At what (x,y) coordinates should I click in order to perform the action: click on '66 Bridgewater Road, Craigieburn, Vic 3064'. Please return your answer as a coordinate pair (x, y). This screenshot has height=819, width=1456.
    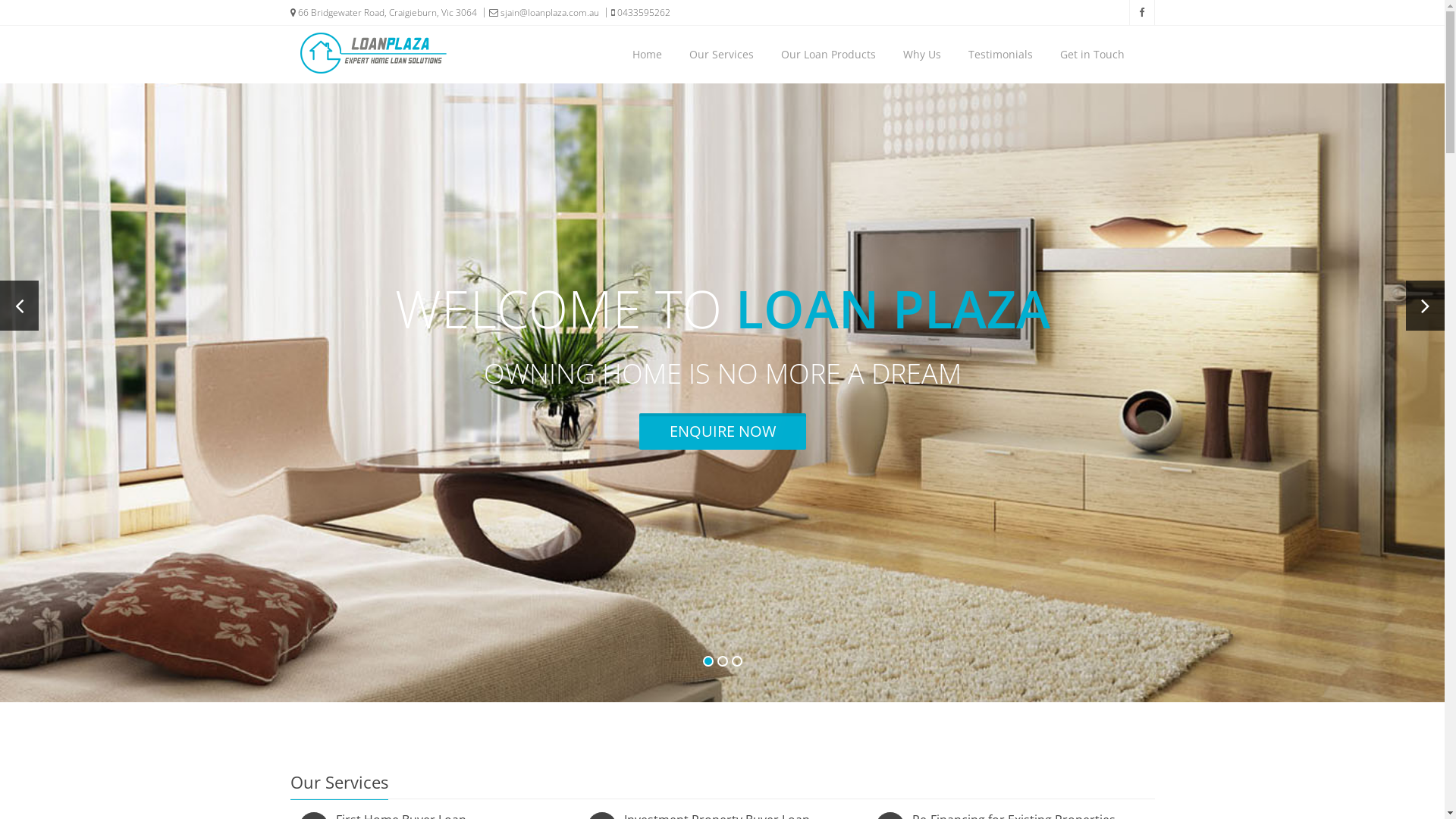
    Looking at the image, I should click on (382, 12).